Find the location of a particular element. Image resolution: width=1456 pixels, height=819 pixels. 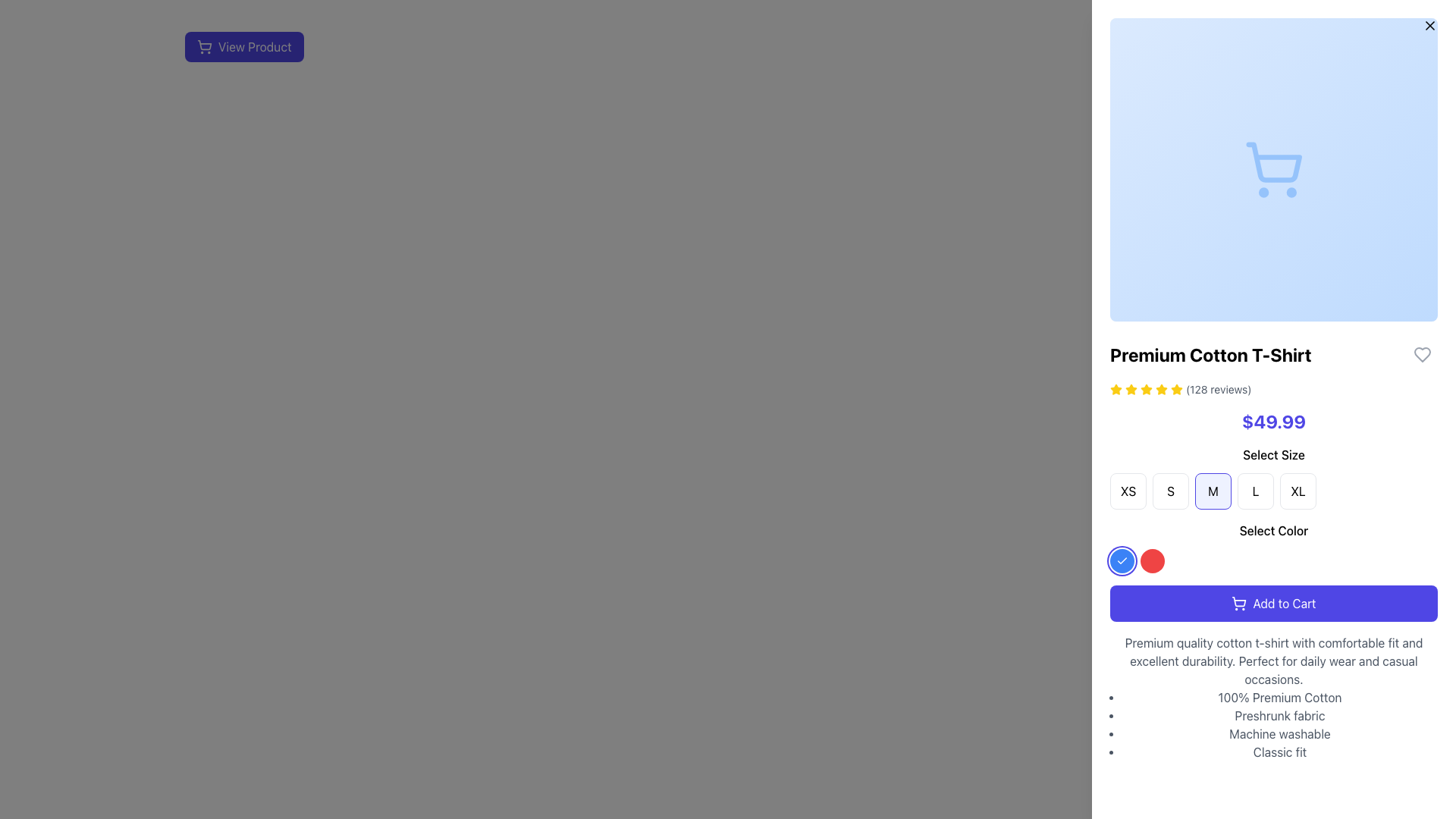

the first yellow star icon in the rating system located in the product details section, which is positioned near the product title and price information is located at coordinates (1131, 388).